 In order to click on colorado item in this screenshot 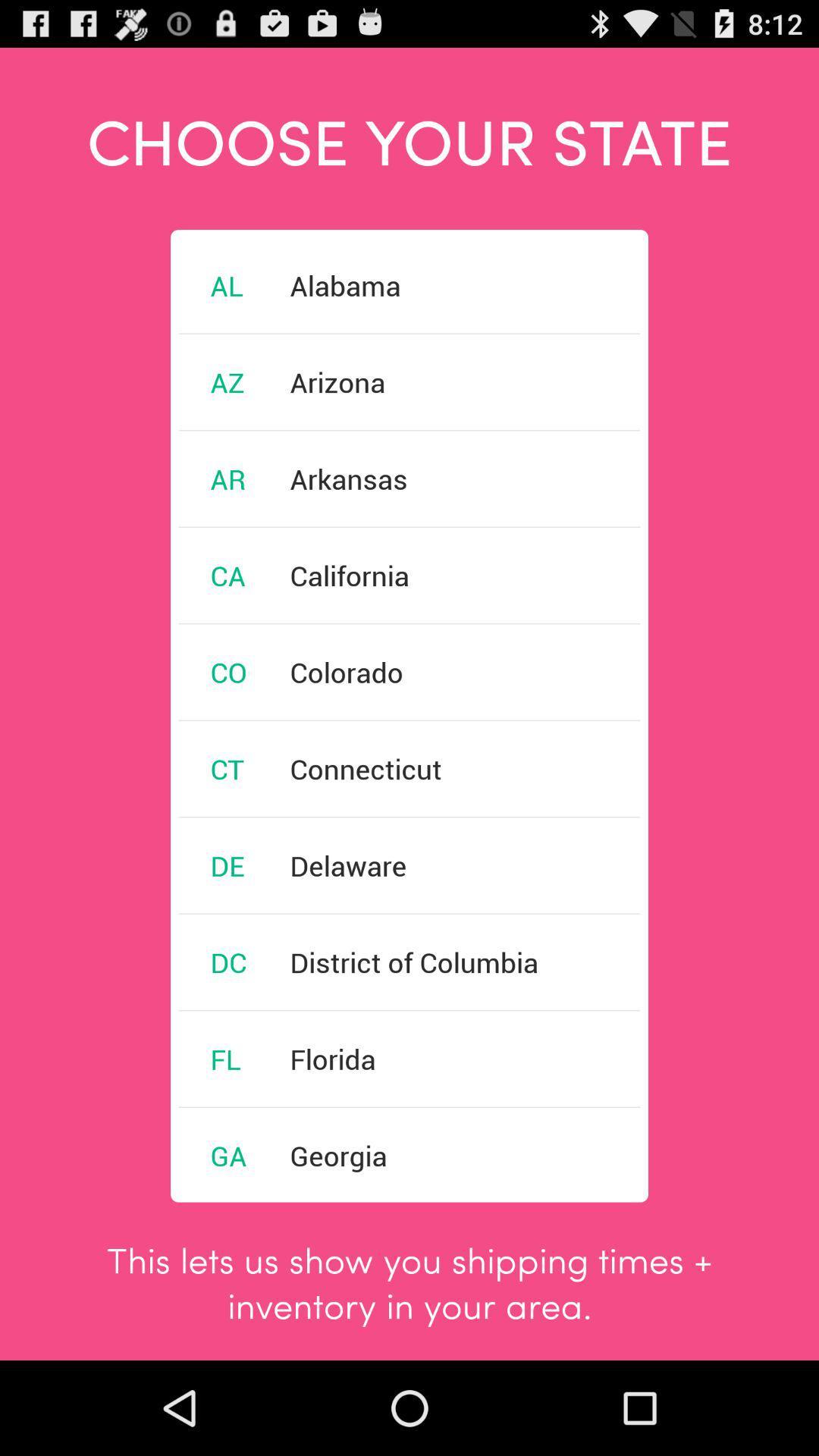, I will do `click(347, 671)`.